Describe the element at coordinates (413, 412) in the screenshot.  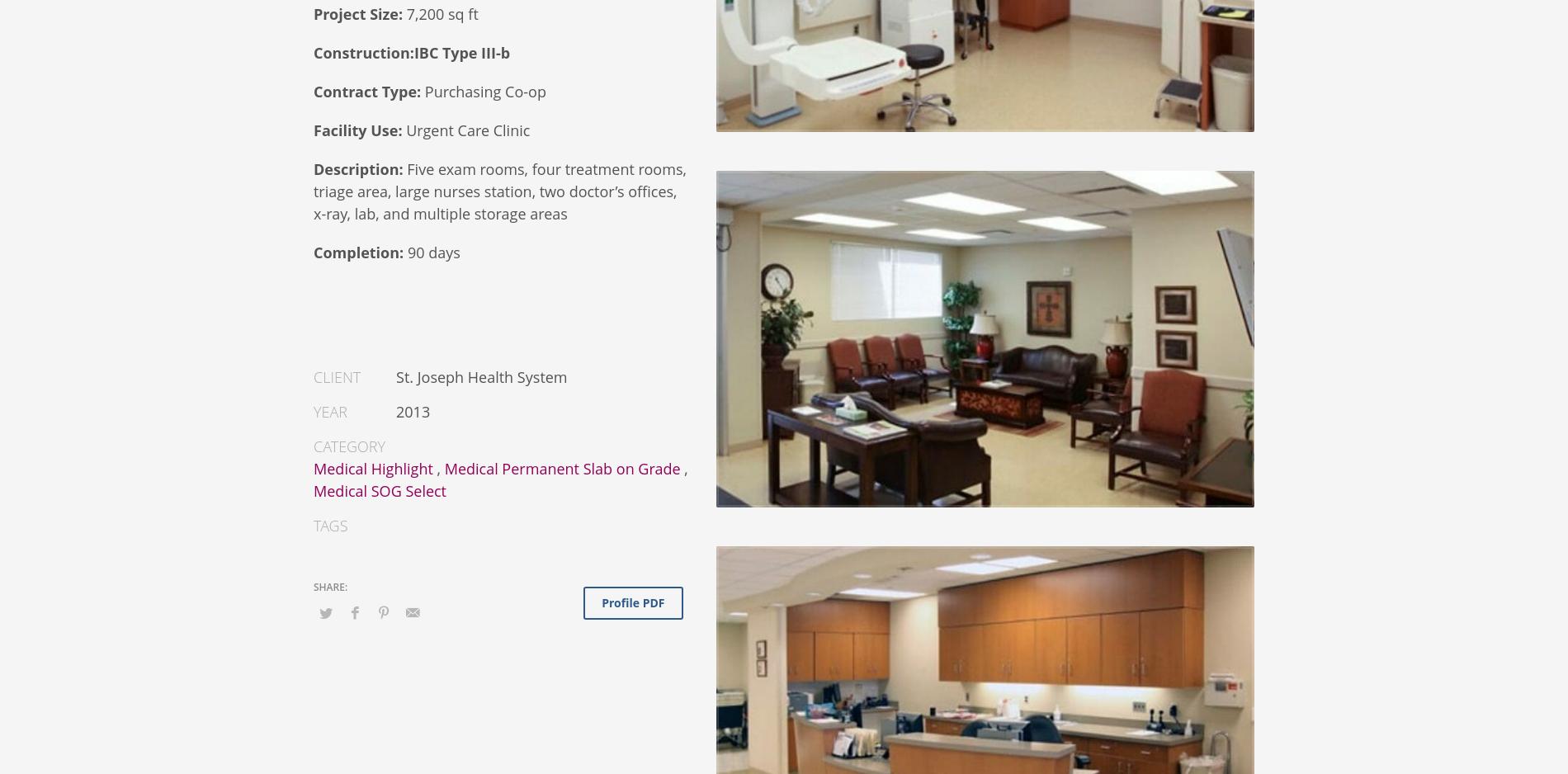
I see `'2013'` at that location.